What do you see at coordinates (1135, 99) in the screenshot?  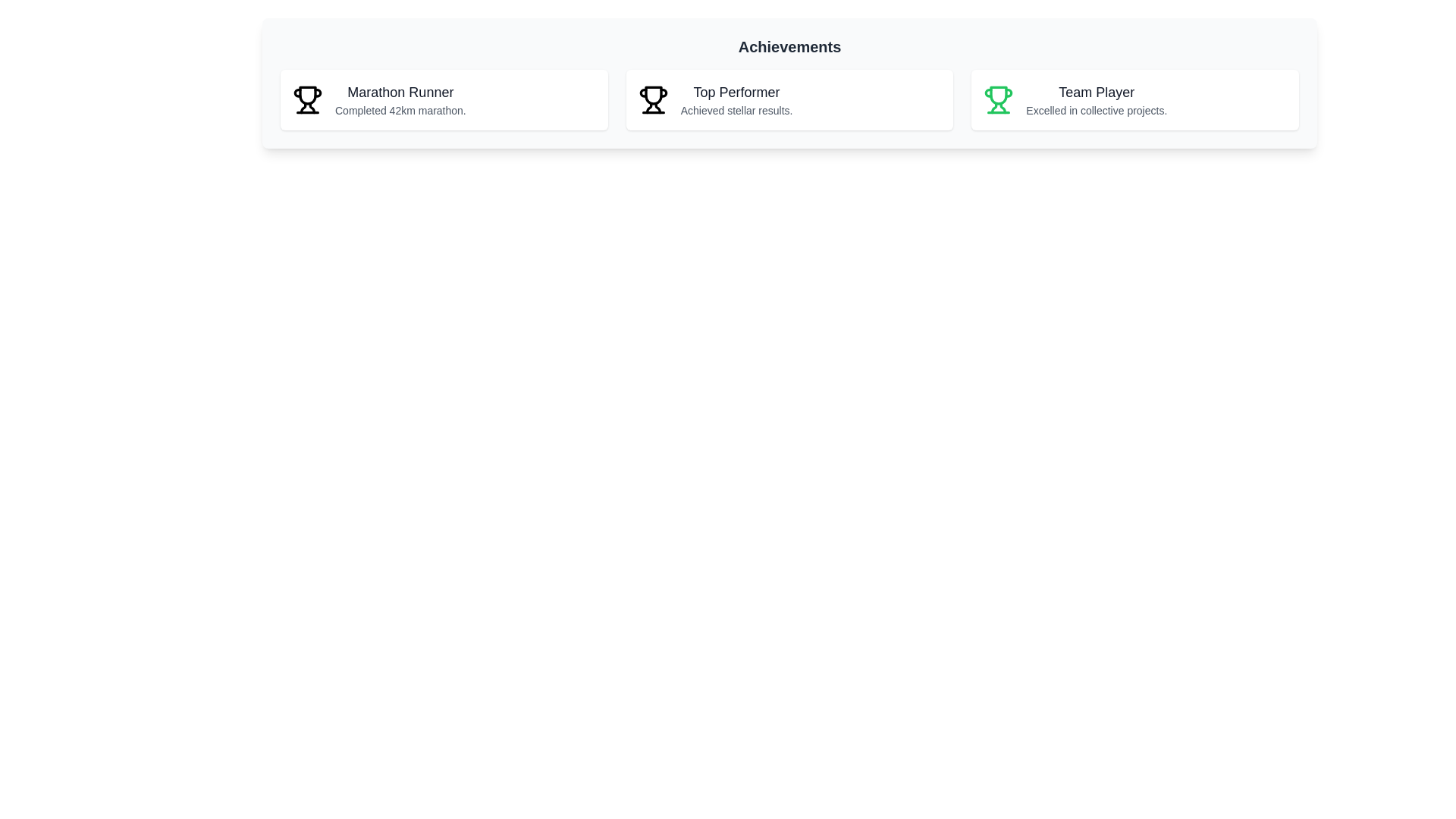 I see `the 'Team Player' achievement card` at bounding box center [1135, 99].